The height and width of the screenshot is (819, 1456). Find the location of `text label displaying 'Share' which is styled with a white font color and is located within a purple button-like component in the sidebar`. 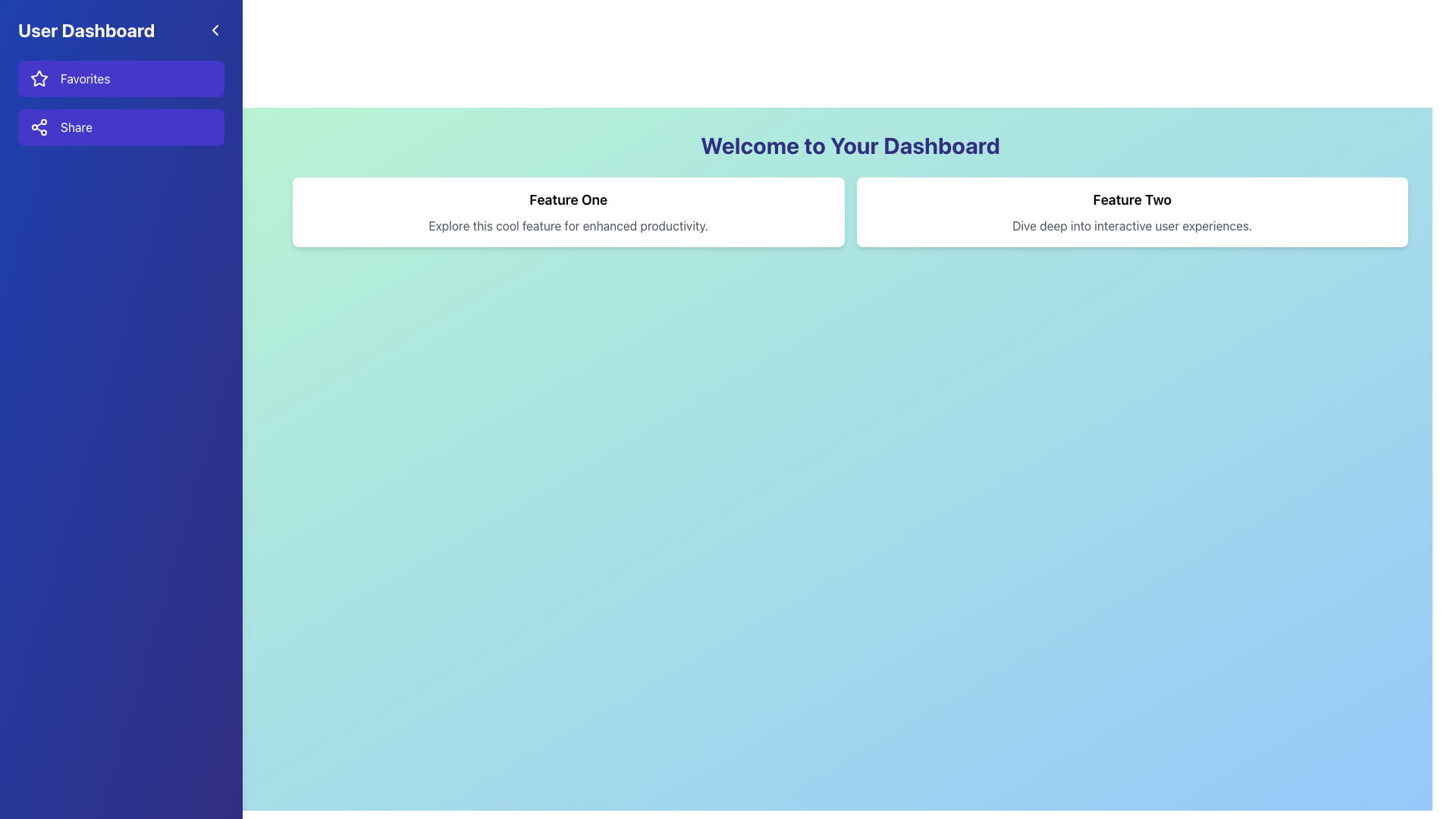

text label displaying 'Share' which is styled with a white font color and is located within a purple button-like component in the sidebar is located at coordinates (75, 127).